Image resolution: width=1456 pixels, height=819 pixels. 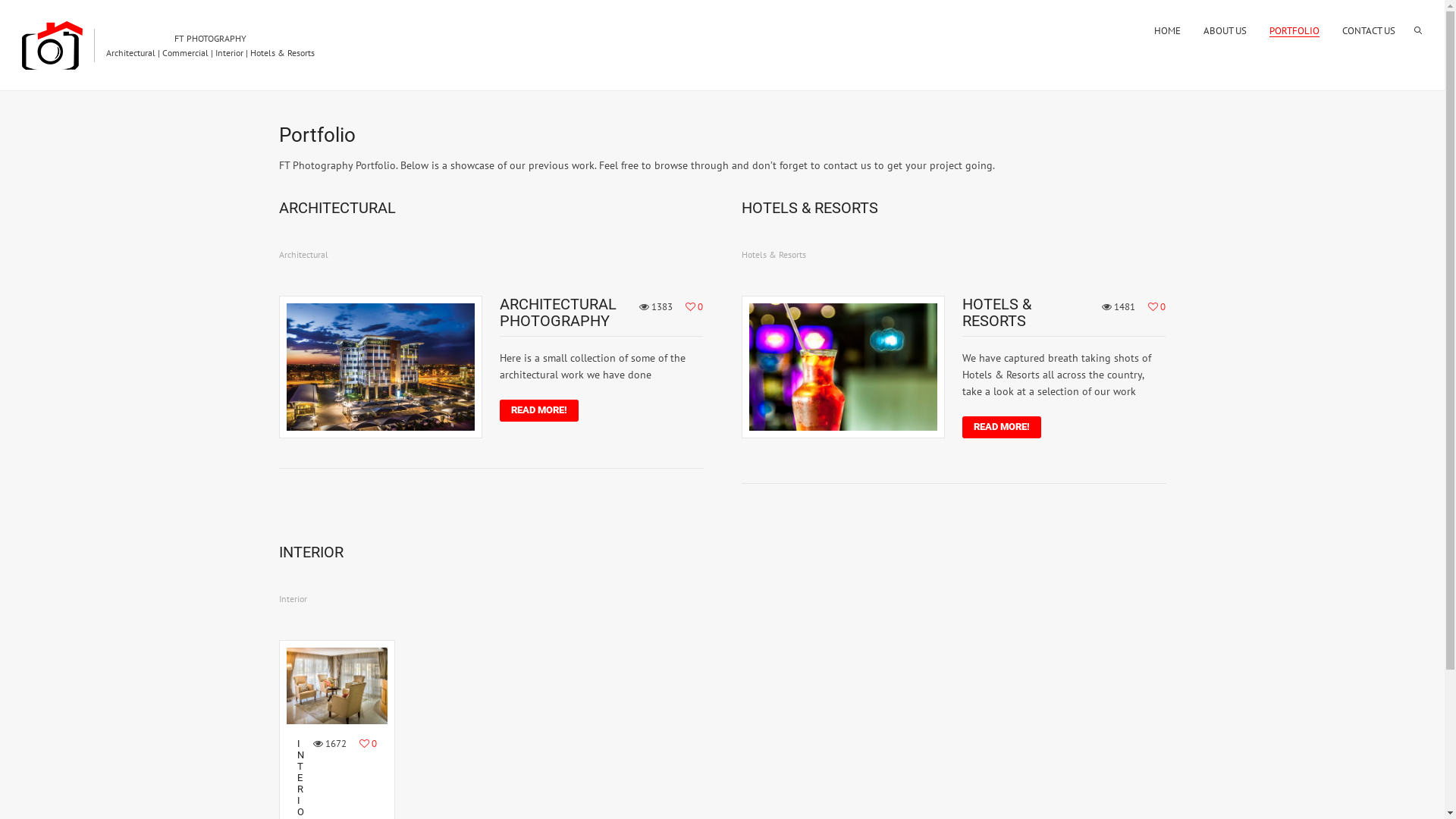 What do you see at coordinates (773, 253) in the screenshot?
I see `'Hotels & Resorts'` at bounding box center [773, 253].